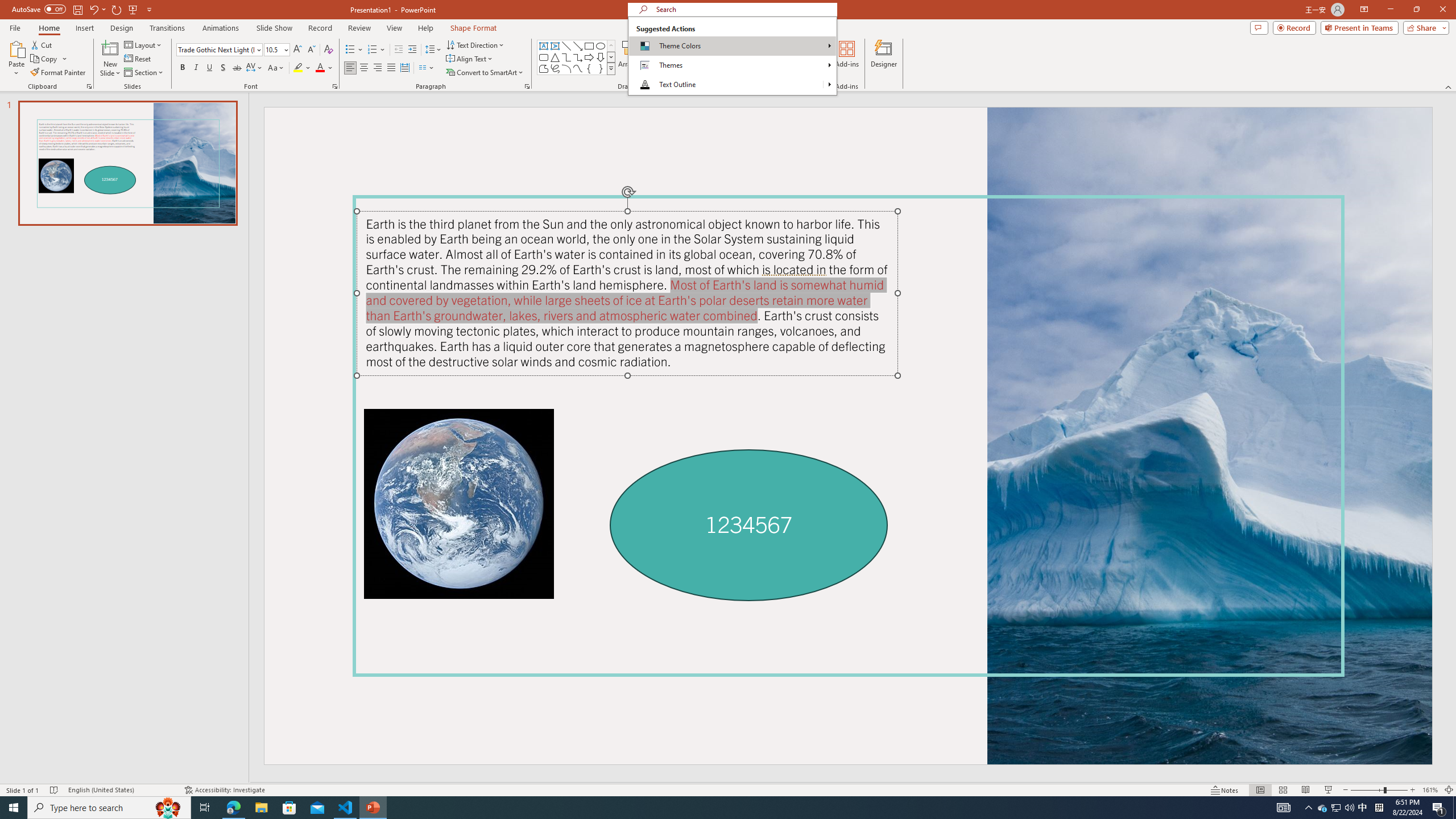 This screenshot has width=1456, height=819. I want to click on 'Shape Fill Aqua, Accent 2', so click(676, 44).